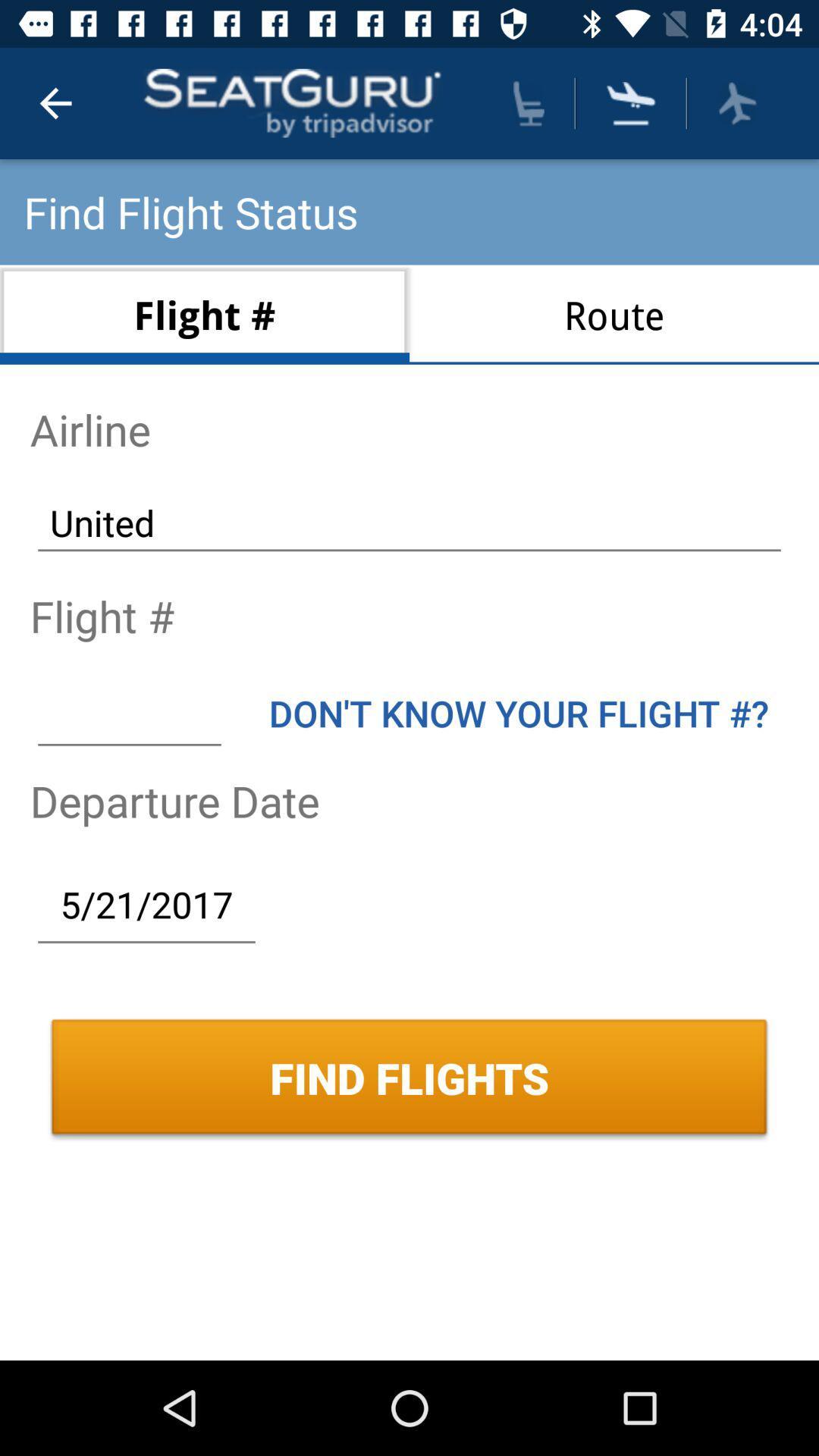 The image size is (819, 1456). Describe the element at coordinates (409, 1077) in the screenshot. I see `the find flights item` at that location.